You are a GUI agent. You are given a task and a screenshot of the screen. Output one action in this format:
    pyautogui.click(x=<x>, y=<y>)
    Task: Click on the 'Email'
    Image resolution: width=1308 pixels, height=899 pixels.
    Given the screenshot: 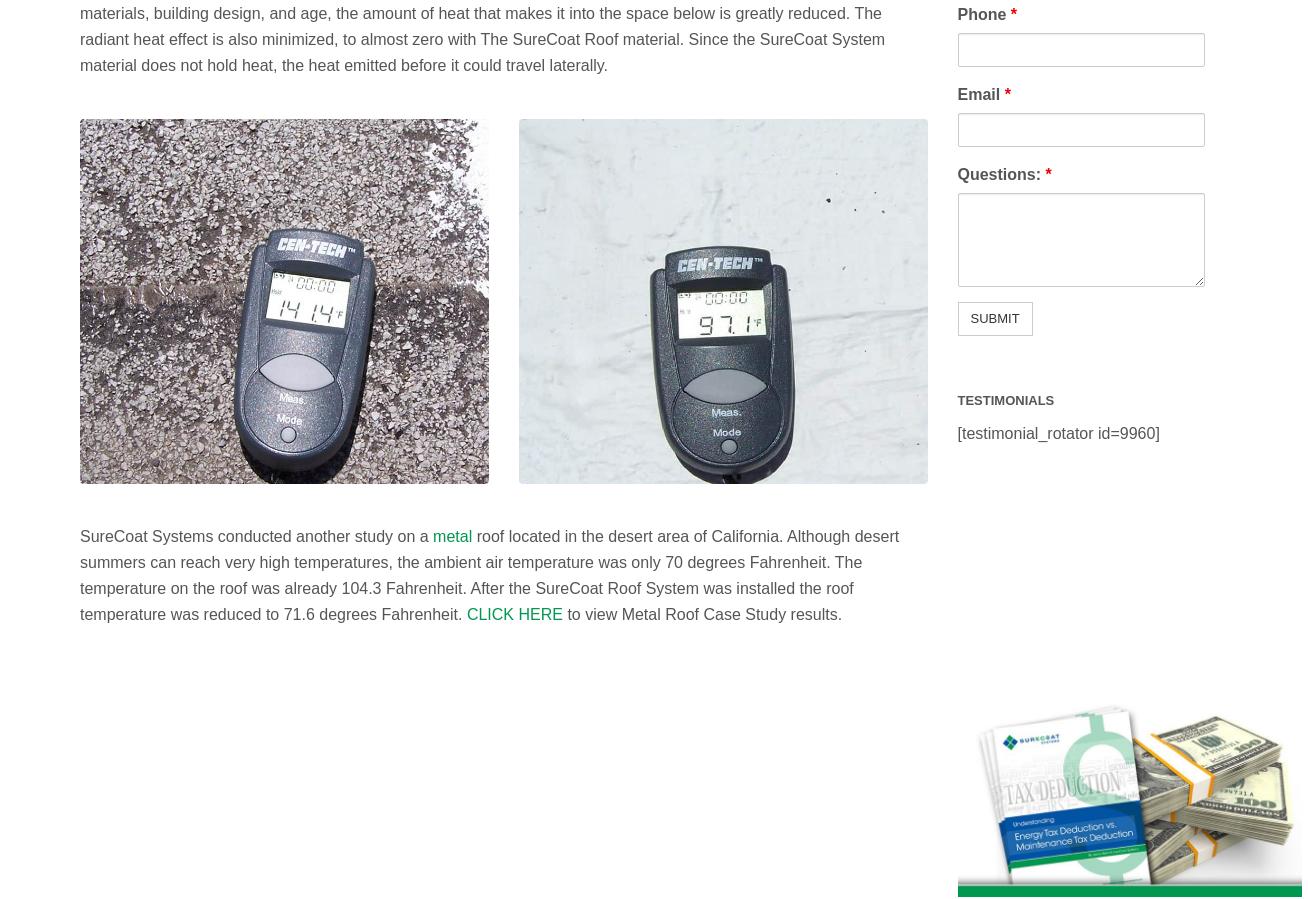 What is the action you would take?
    pyautogui.click(x=979, y=92)
    